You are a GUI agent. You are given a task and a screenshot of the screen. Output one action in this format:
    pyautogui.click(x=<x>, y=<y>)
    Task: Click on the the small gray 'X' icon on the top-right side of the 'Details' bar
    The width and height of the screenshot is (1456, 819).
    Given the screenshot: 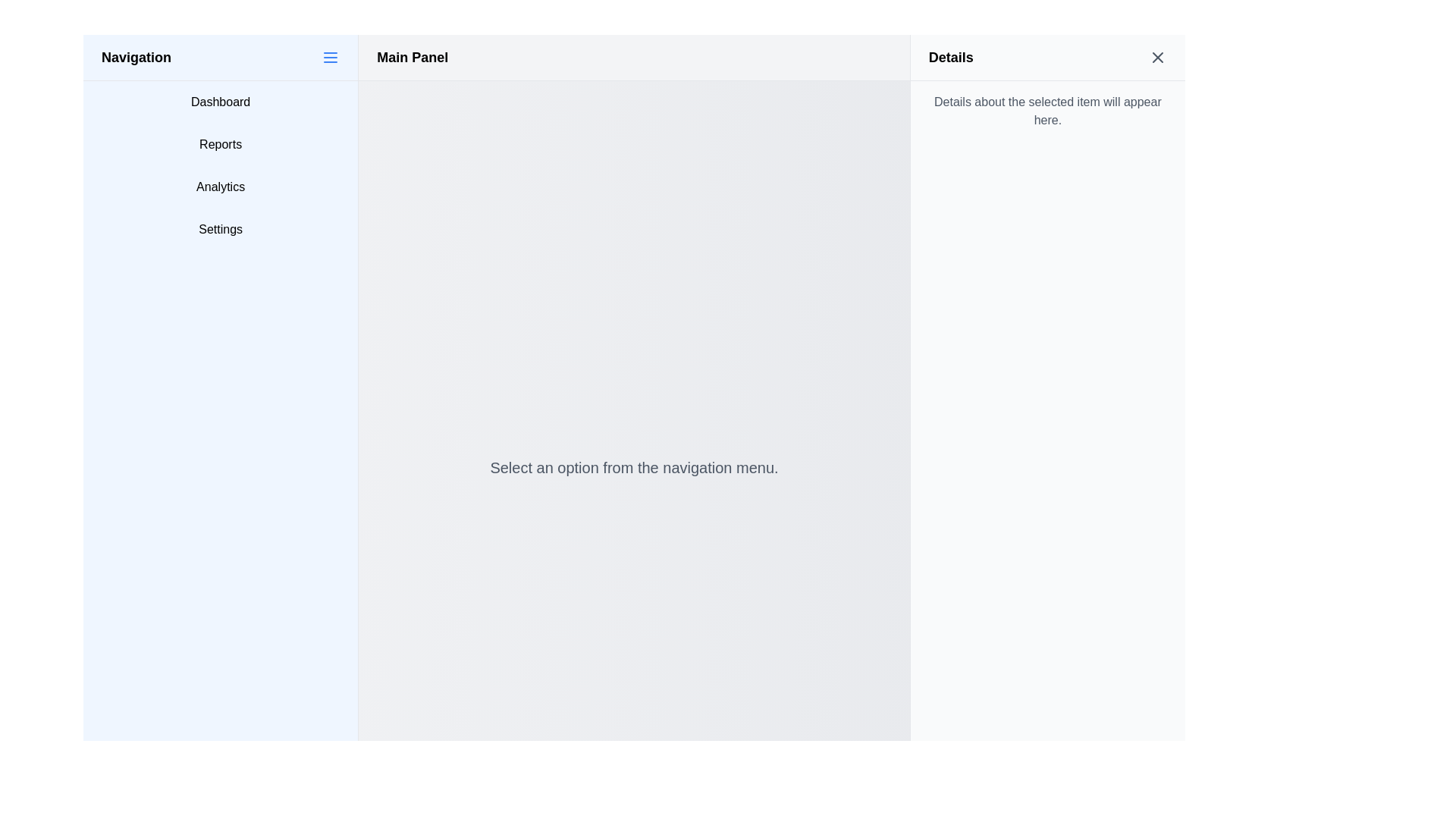 What is the action you would take?
    pyautogui.click(x=1156, y=57)
    